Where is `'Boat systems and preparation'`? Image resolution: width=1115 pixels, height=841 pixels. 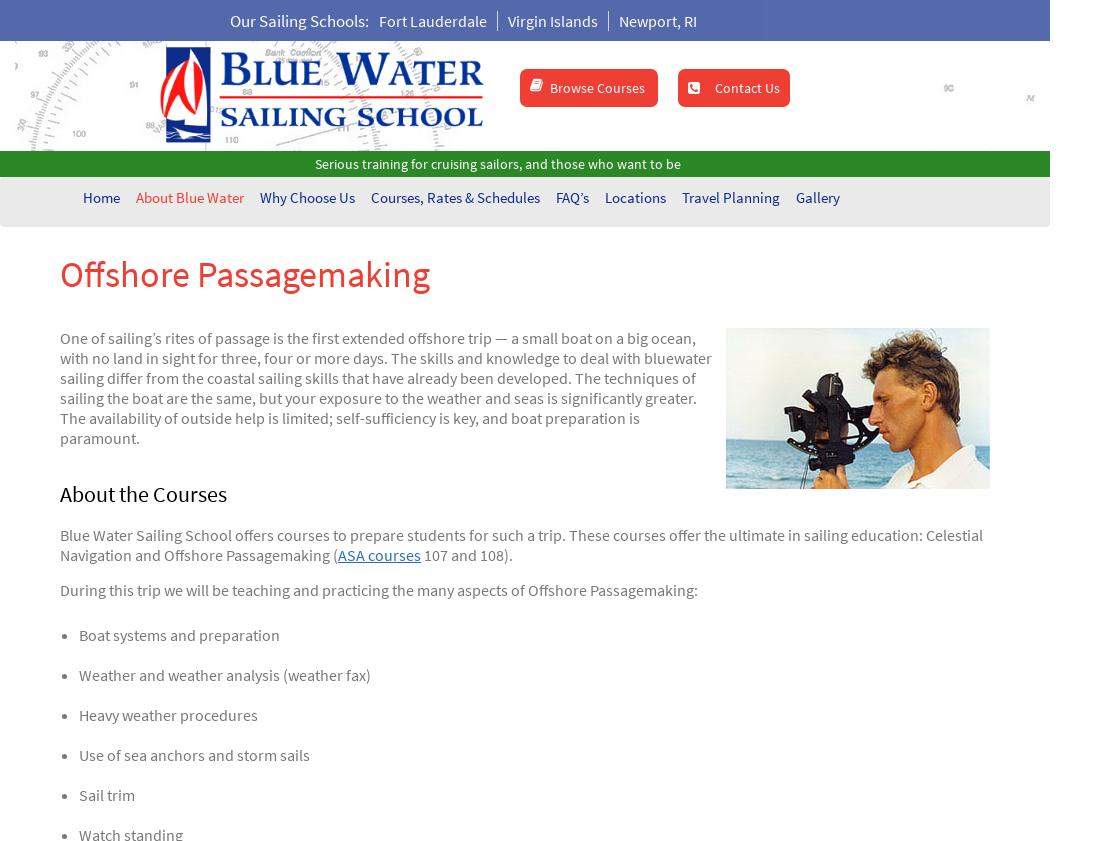 'Boat systems and preparation' is located at coordinates (178, 635).